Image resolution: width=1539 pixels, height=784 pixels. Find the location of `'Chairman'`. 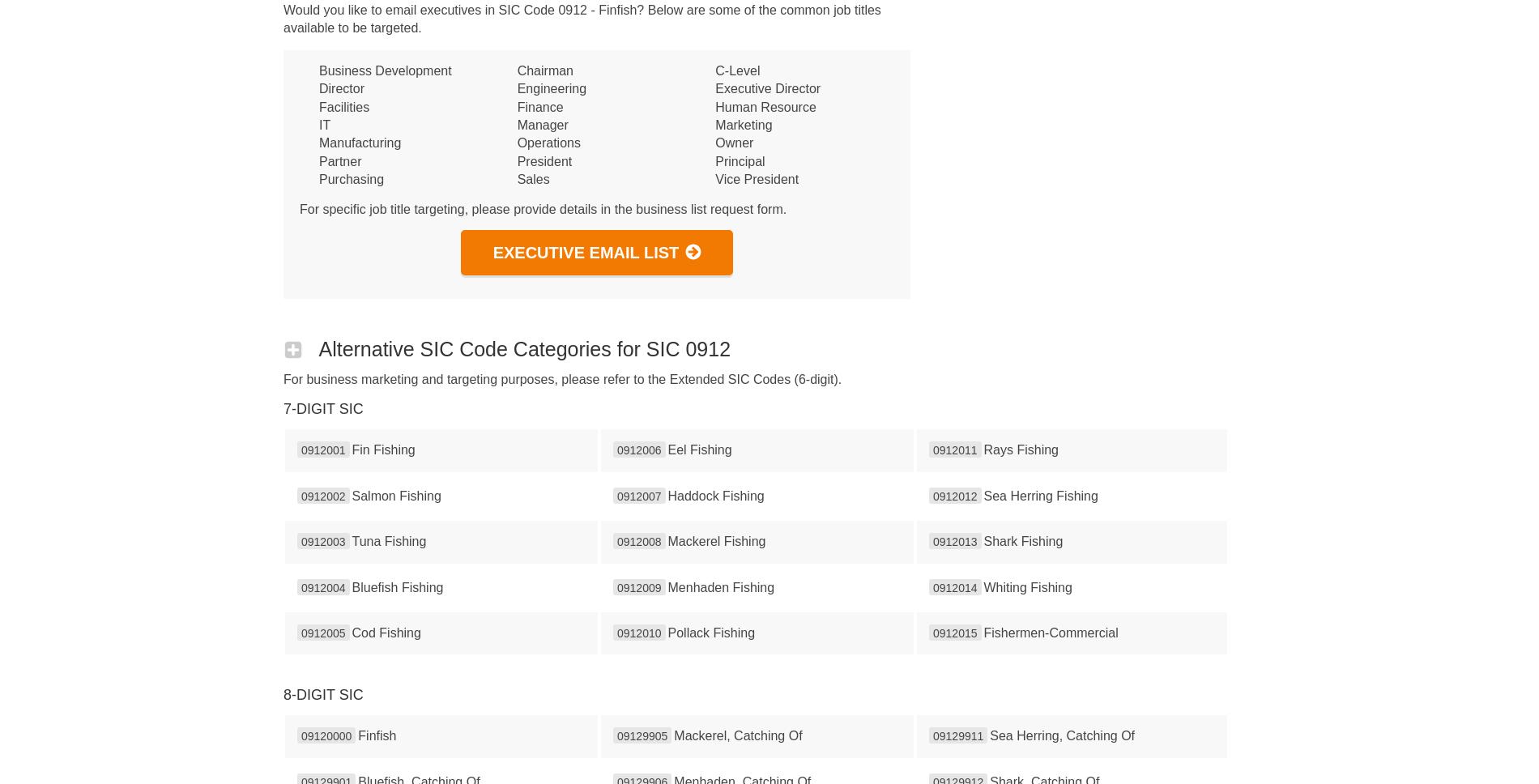

'Chairman' is located at coordinates (544, 70).